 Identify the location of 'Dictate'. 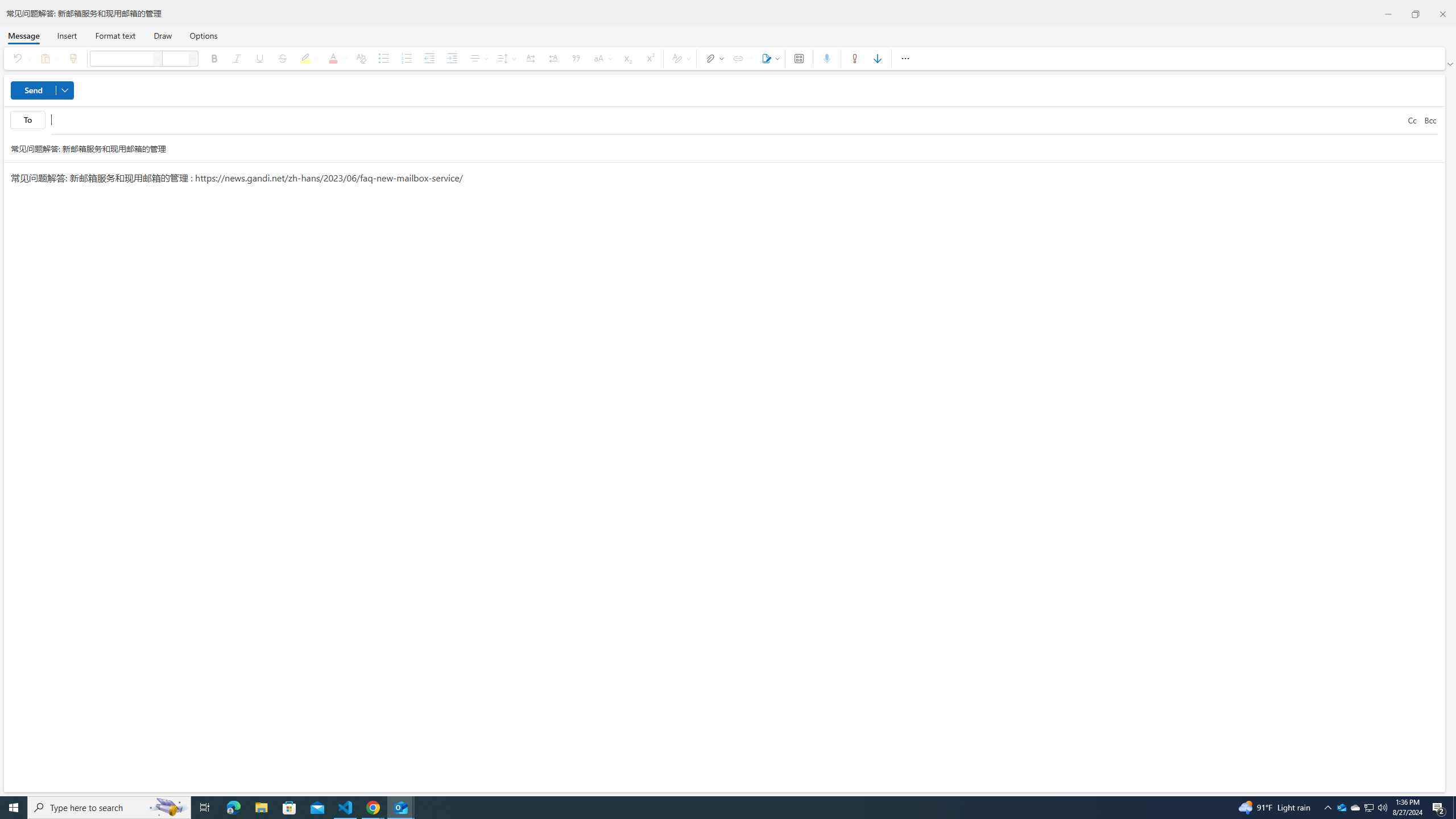
(827, 58).